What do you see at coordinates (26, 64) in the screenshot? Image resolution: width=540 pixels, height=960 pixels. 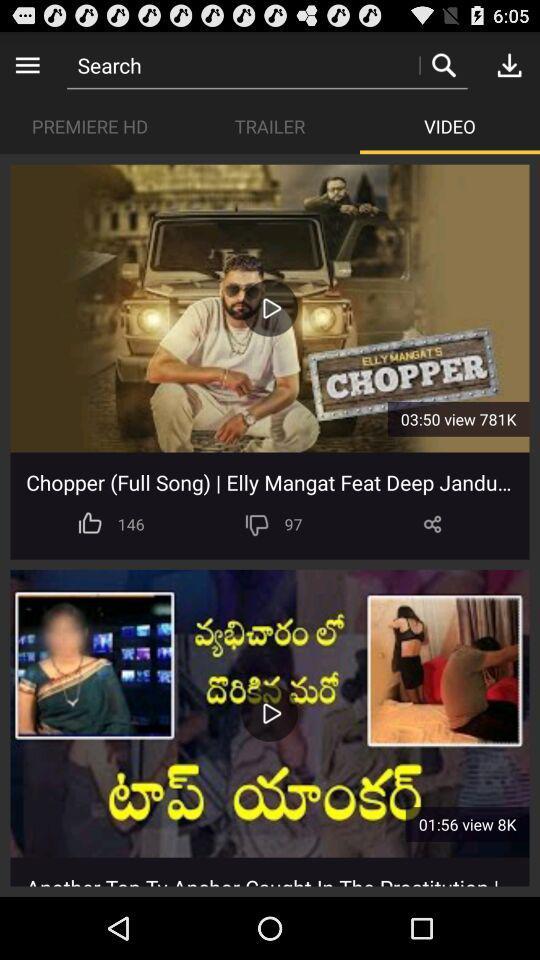 I see `the icon above premiere hd` at bounding box center [26, 64].